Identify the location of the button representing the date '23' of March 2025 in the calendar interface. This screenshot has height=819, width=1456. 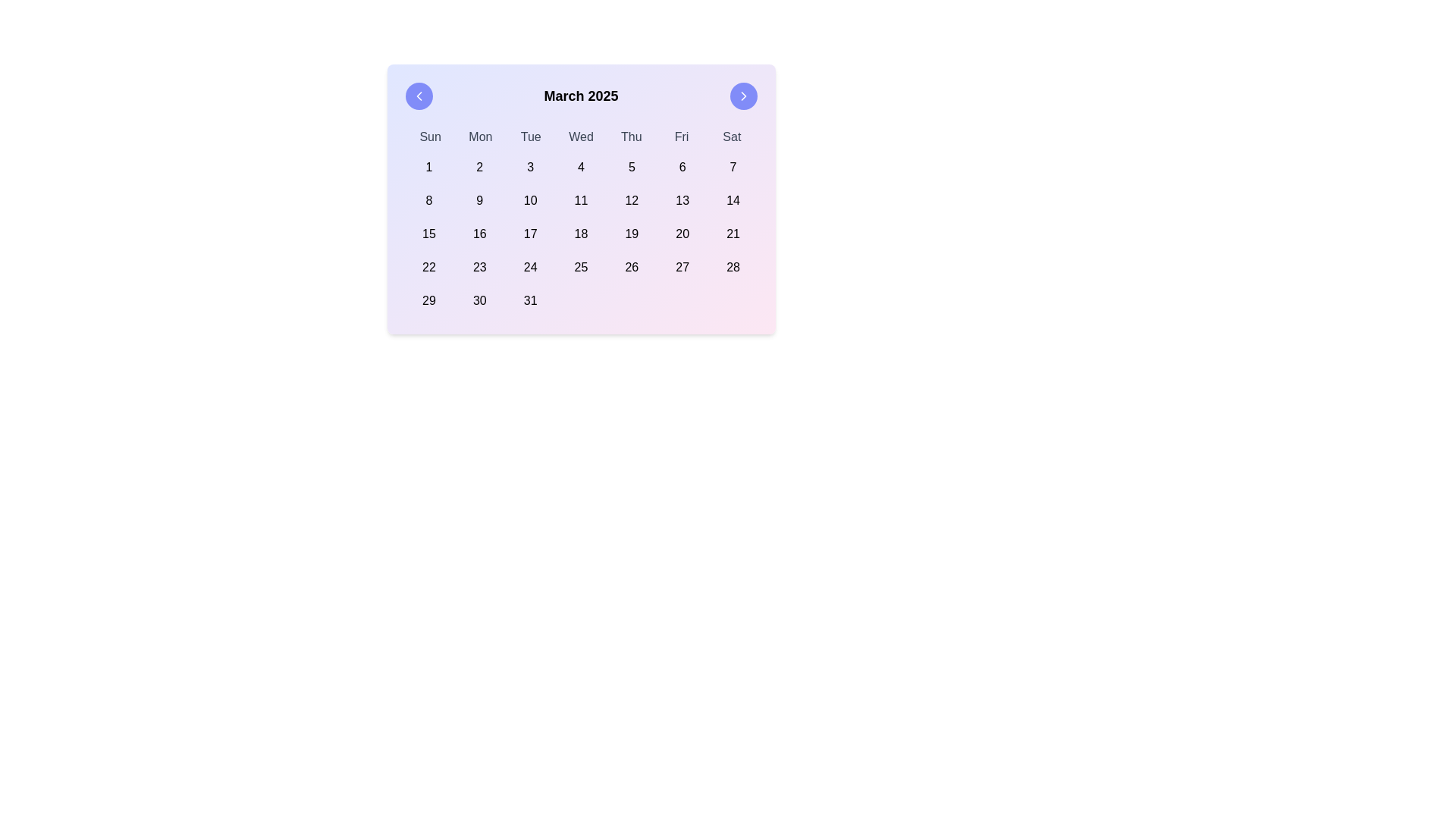
(479, 267).